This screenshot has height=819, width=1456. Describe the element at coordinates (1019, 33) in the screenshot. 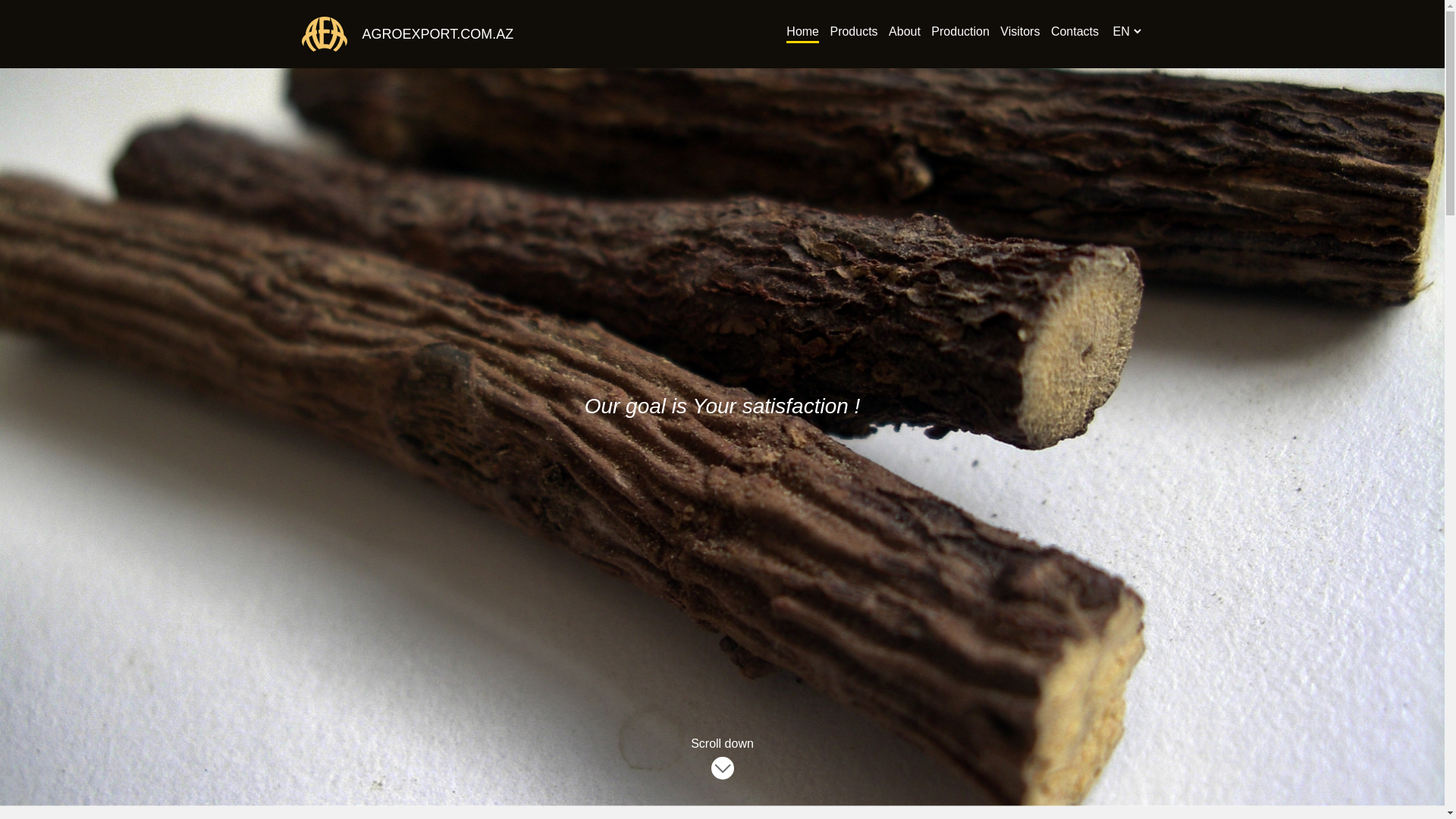

I see `'Visitors'` at that location.